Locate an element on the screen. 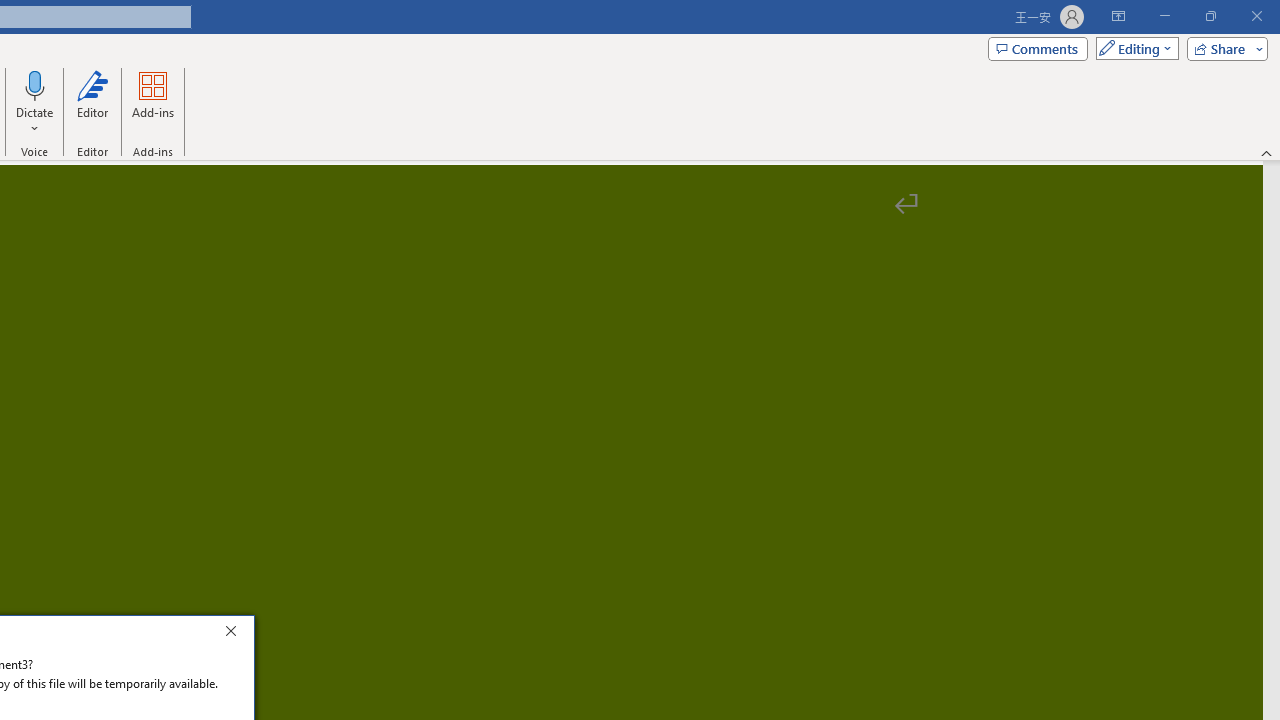 This screenshot has height=720, width=1280. 'Mode' is located at coordinates (1133, 47).